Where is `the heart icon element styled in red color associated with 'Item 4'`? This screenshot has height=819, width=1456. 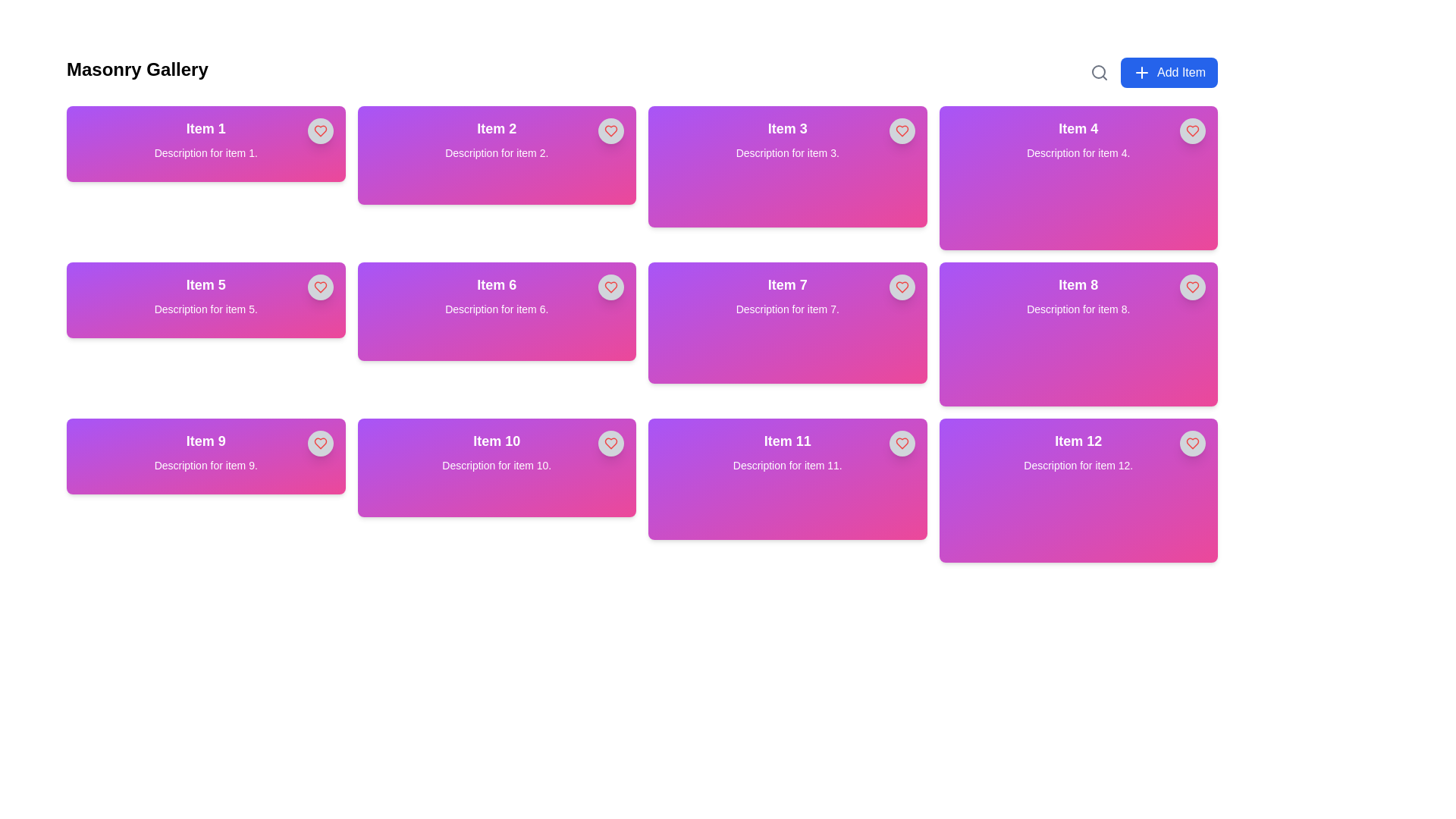 the heart icon element styled in red color associated with 'Item 4' is located at coordinates (1192, 287).